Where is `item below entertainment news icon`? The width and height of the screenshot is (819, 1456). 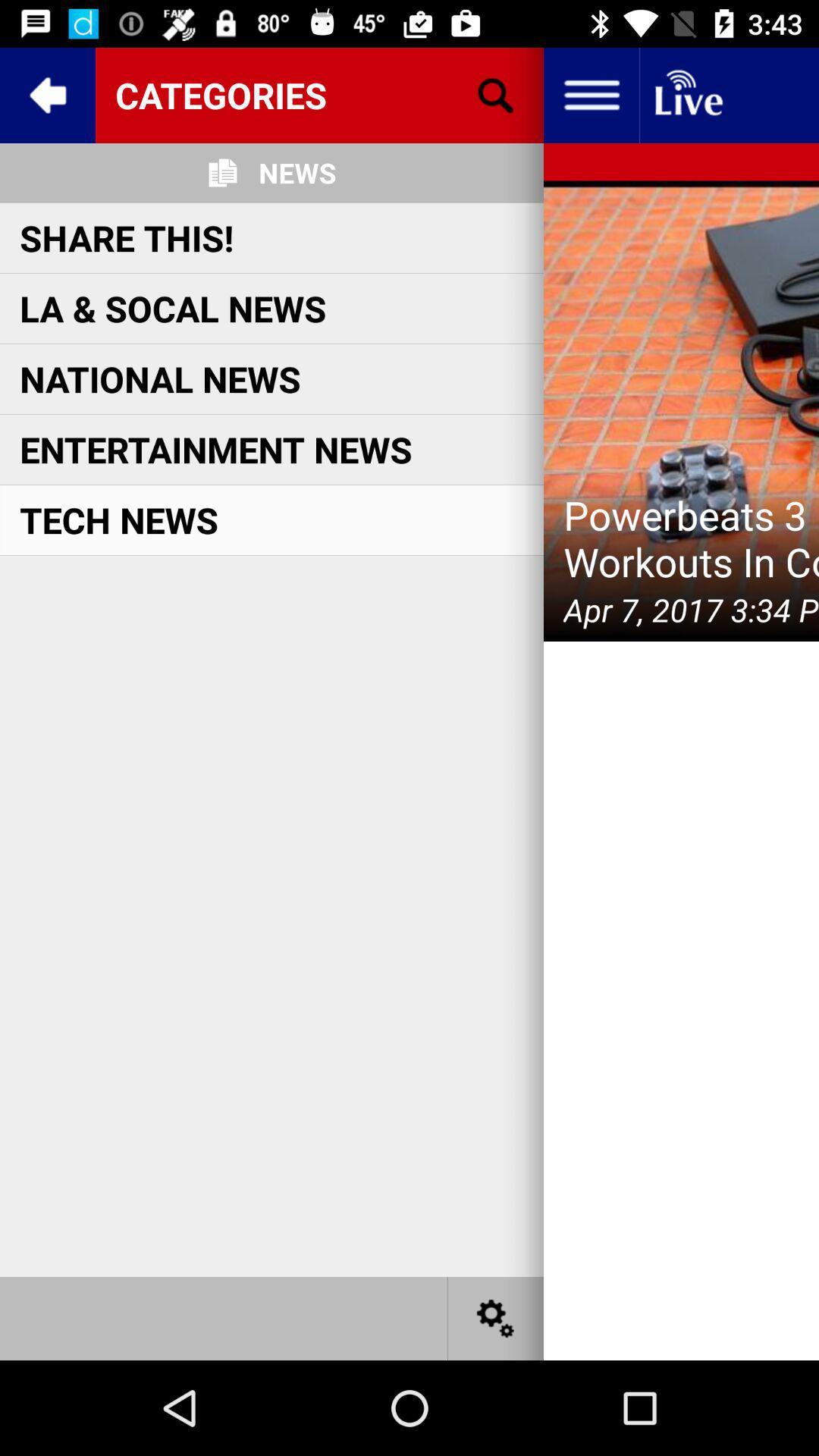
item below entertainment news icon is located at coordinates (118, 519).